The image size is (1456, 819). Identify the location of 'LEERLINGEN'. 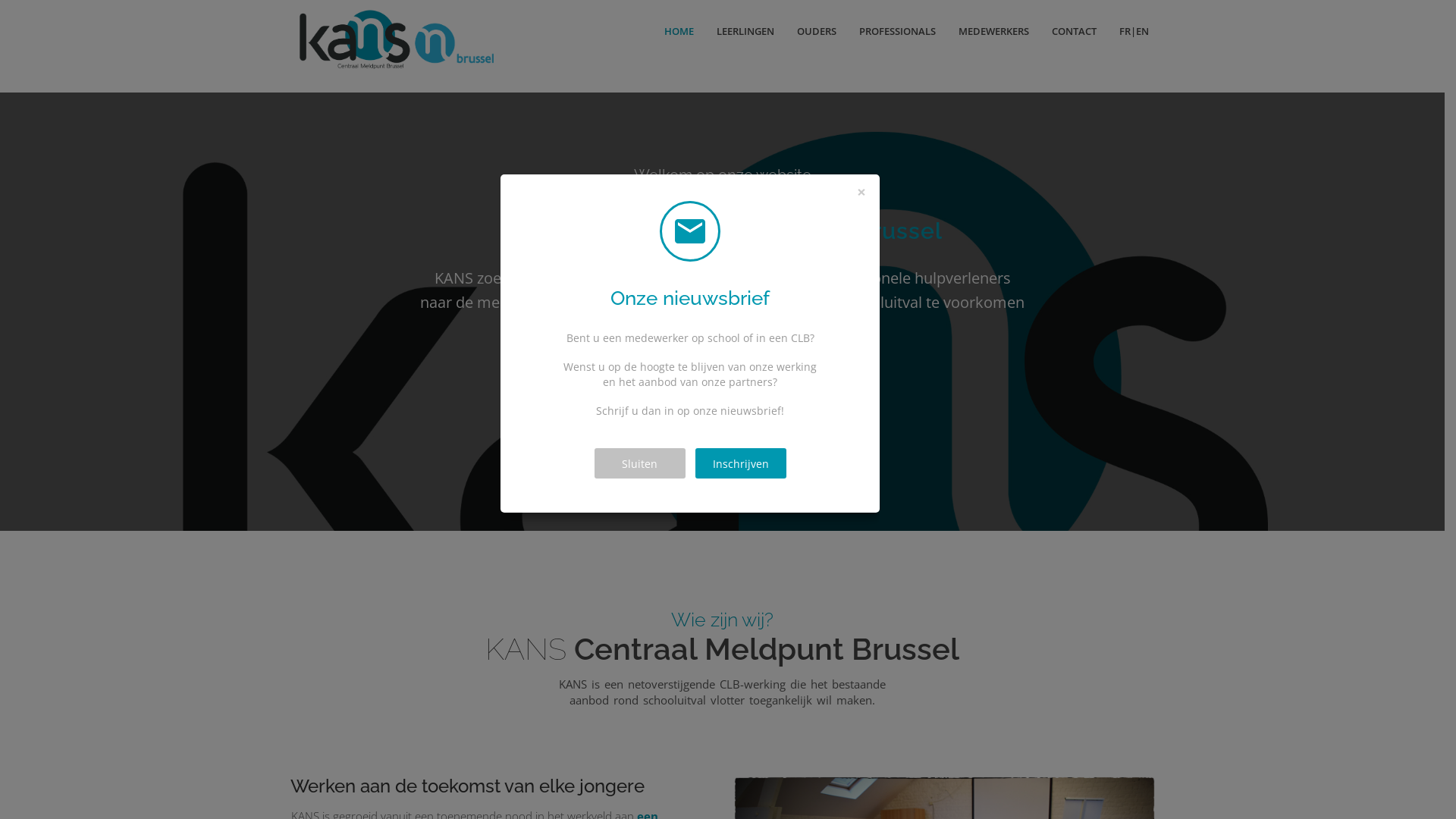
(745, 31).